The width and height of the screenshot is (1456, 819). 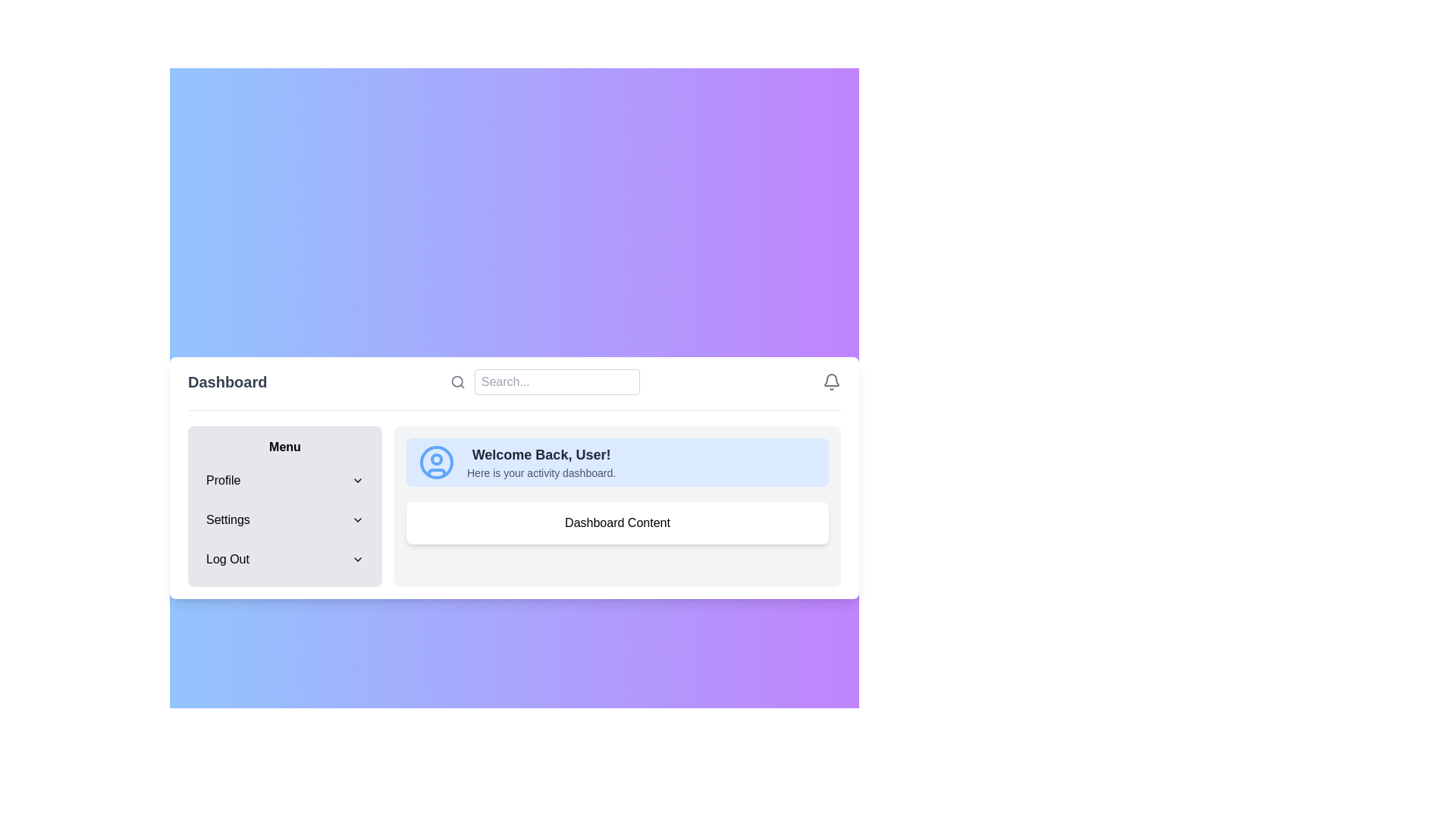 What do you see at coordinates (284, 506) in the screenshot?
I see `the 'Profile' menu item in the vertical menu panel with a light gray background and rounded corners` at bounding box center [284, 506].